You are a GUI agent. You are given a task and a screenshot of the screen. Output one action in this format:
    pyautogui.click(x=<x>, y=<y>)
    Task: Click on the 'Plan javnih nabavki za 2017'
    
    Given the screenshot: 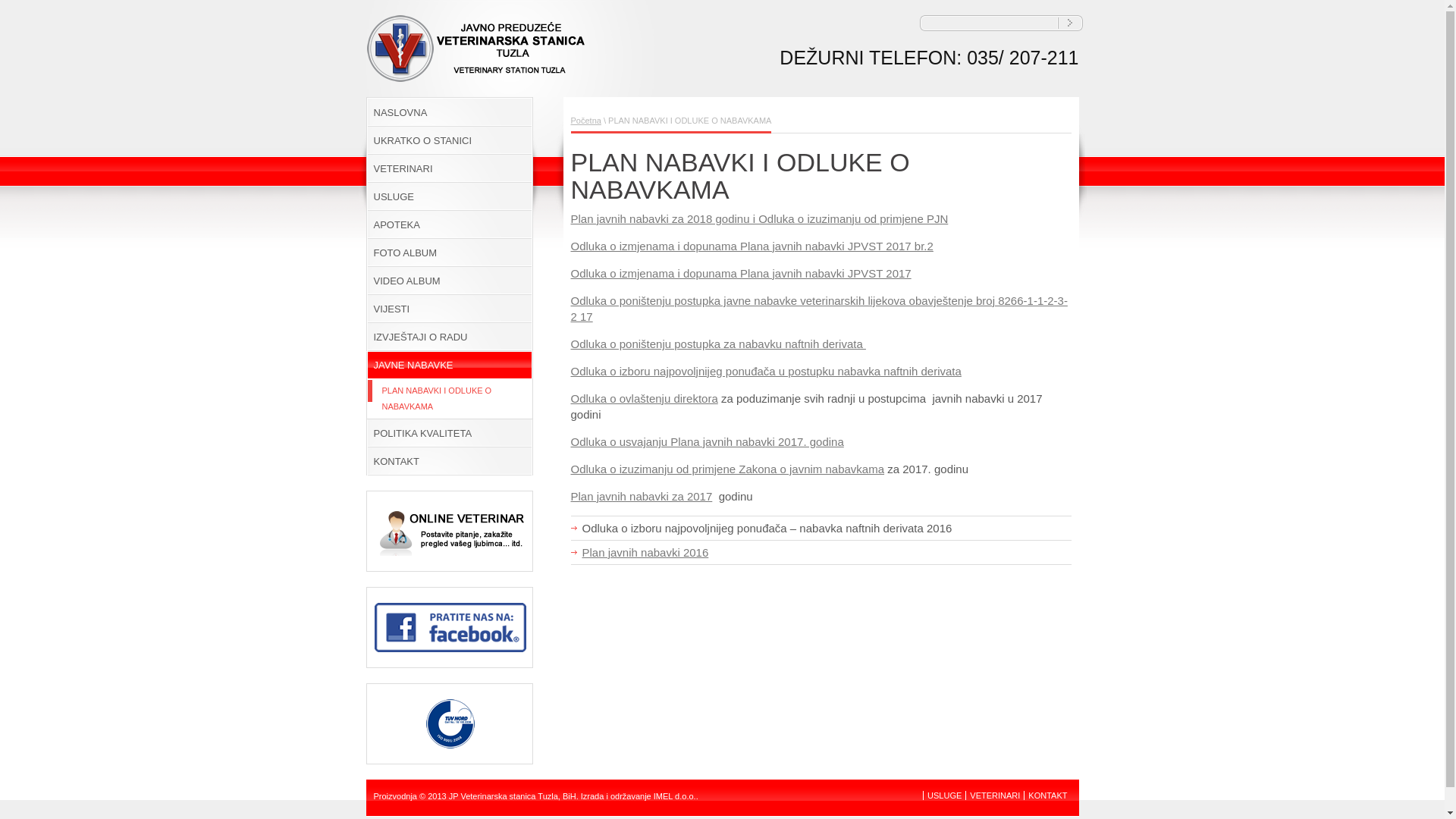 What is the action you would take?
    pyautogui.click(x=641, y=496)
    